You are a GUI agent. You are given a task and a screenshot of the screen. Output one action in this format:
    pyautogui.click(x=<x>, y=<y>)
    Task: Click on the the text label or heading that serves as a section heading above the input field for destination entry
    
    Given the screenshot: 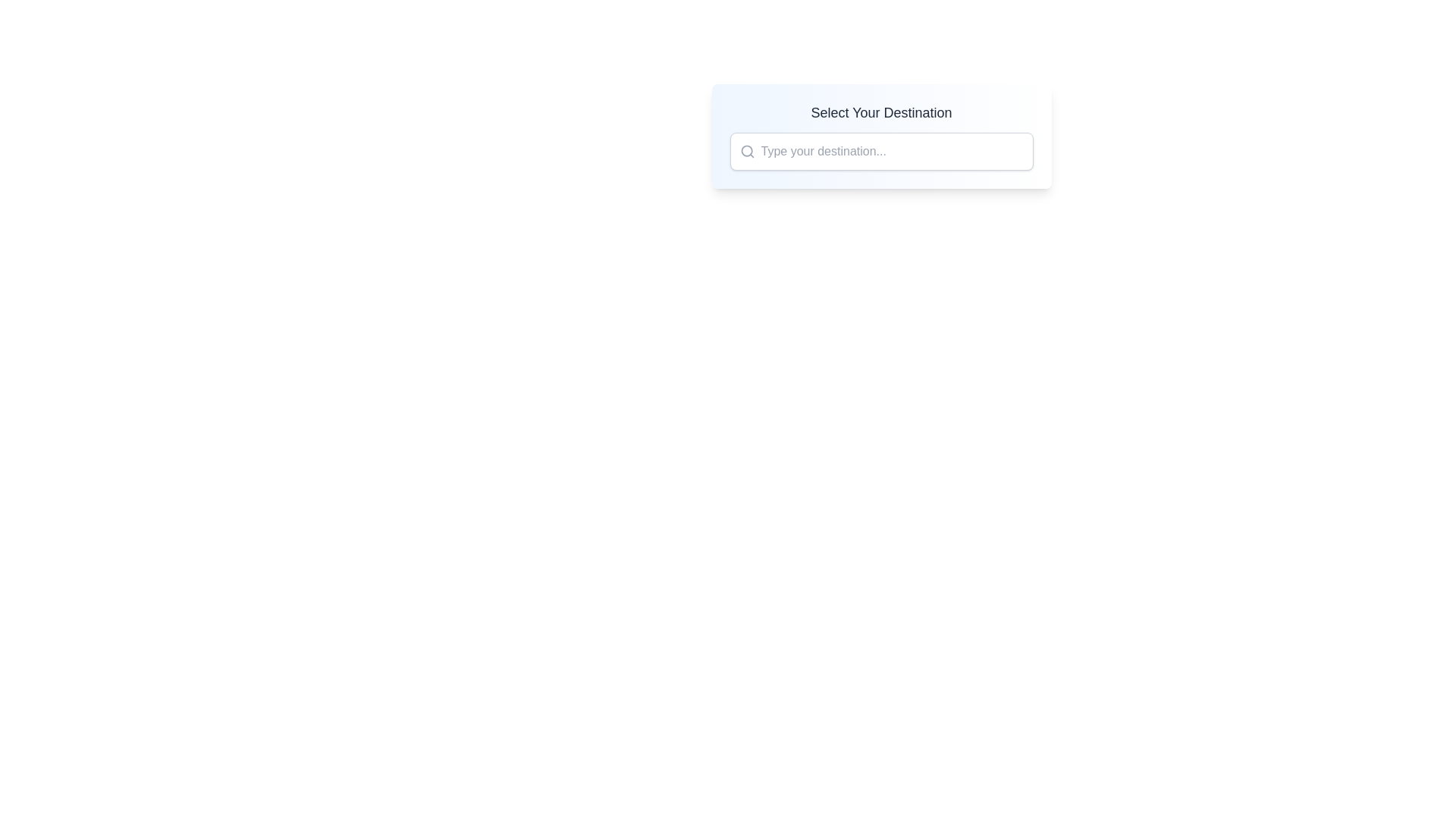 What is the action you would take?
    pyautogui.click(x=881, y=112)
    